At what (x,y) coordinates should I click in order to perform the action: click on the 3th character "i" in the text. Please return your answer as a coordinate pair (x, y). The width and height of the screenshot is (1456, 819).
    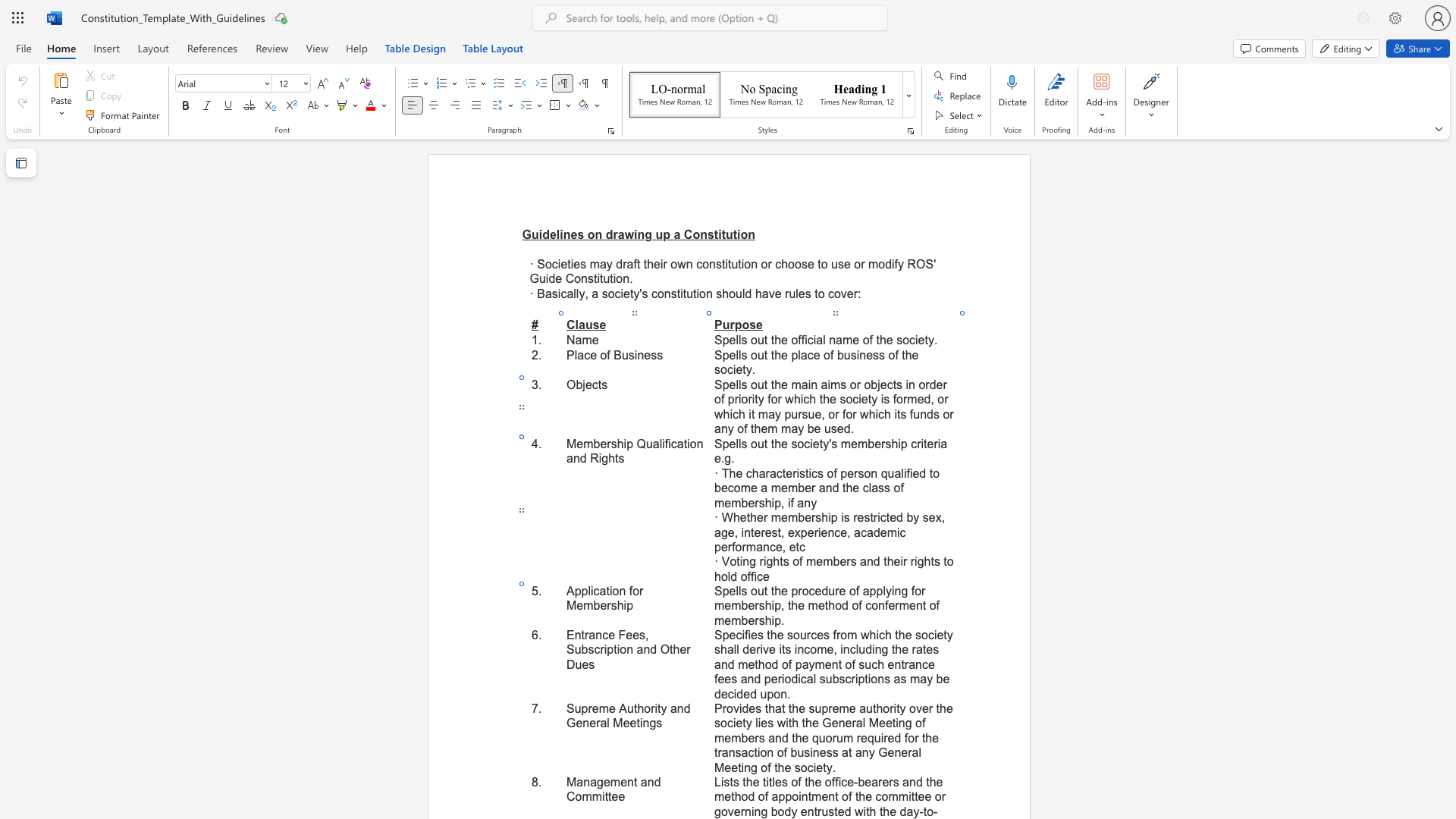
    Looking at the image, I should click on (625, 604).